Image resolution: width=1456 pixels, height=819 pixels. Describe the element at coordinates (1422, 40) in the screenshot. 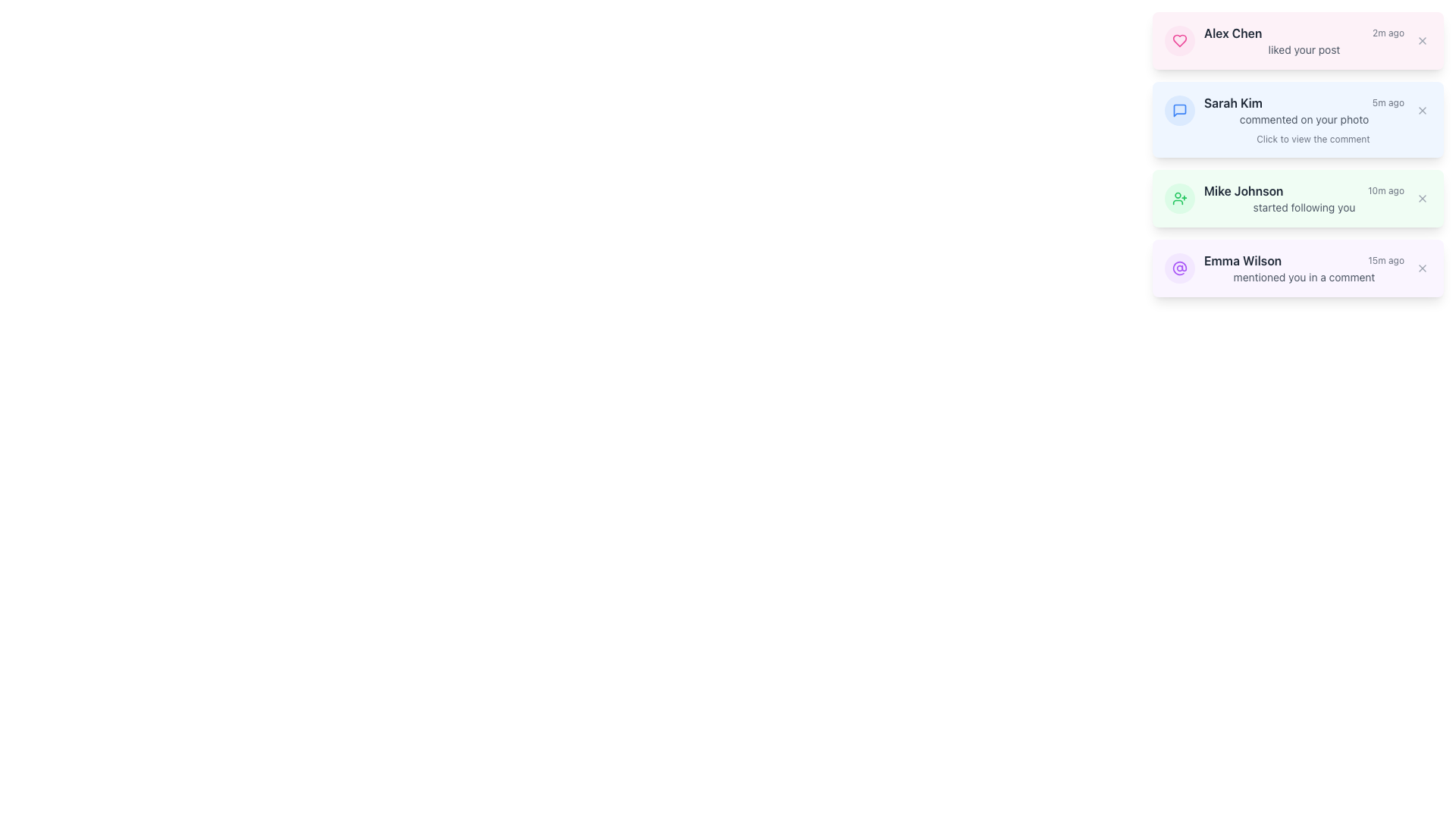

I see `the small circular dismiss button with an 'X' icon located at the top-right corner of the notification card that reads 'Alex Chen liked your post.'` at that location.